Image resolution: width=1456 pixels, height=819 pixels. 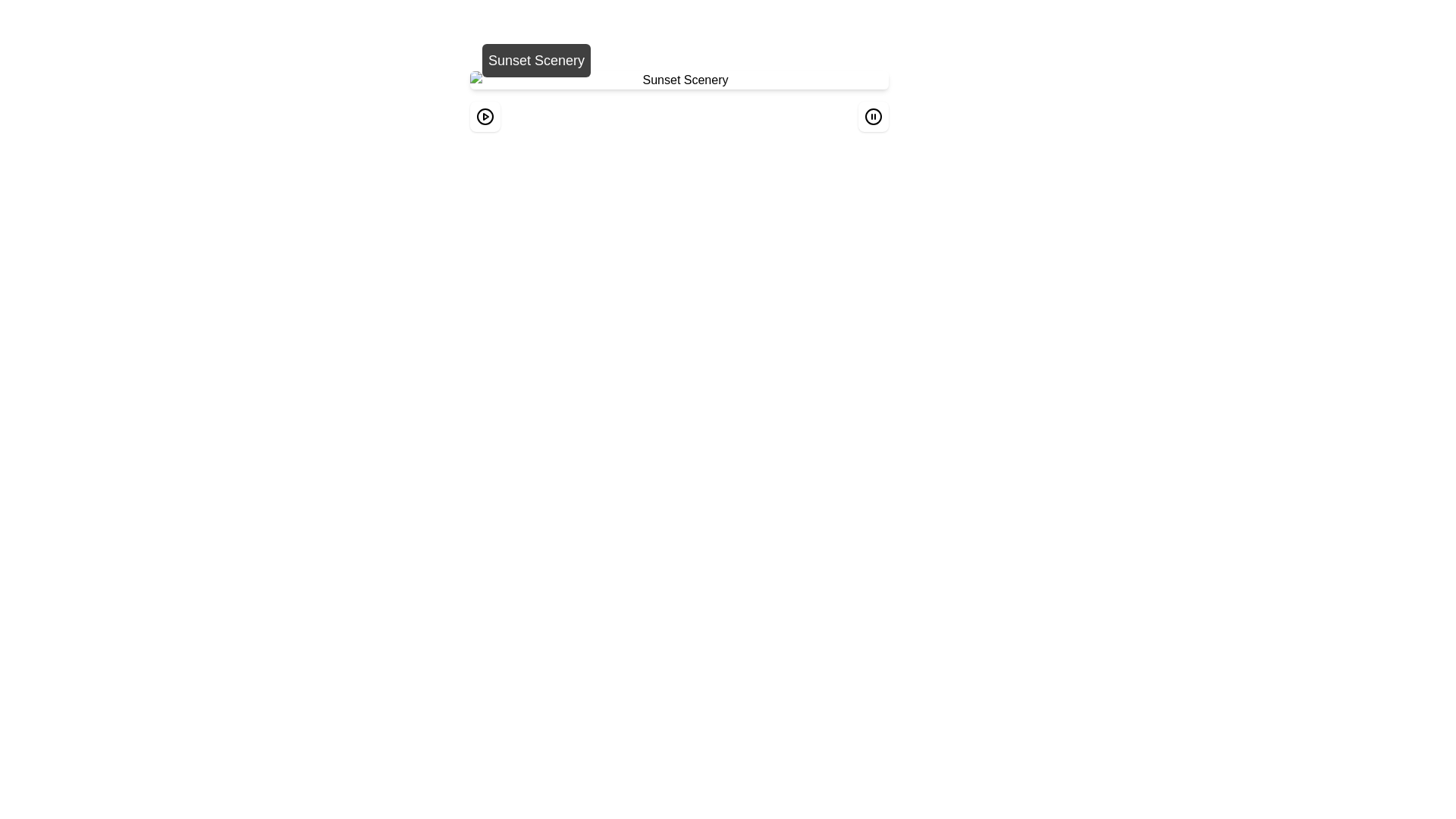 I want to click on the play button located on the left side of the horizontal UI block, so click(x=484, y=116).